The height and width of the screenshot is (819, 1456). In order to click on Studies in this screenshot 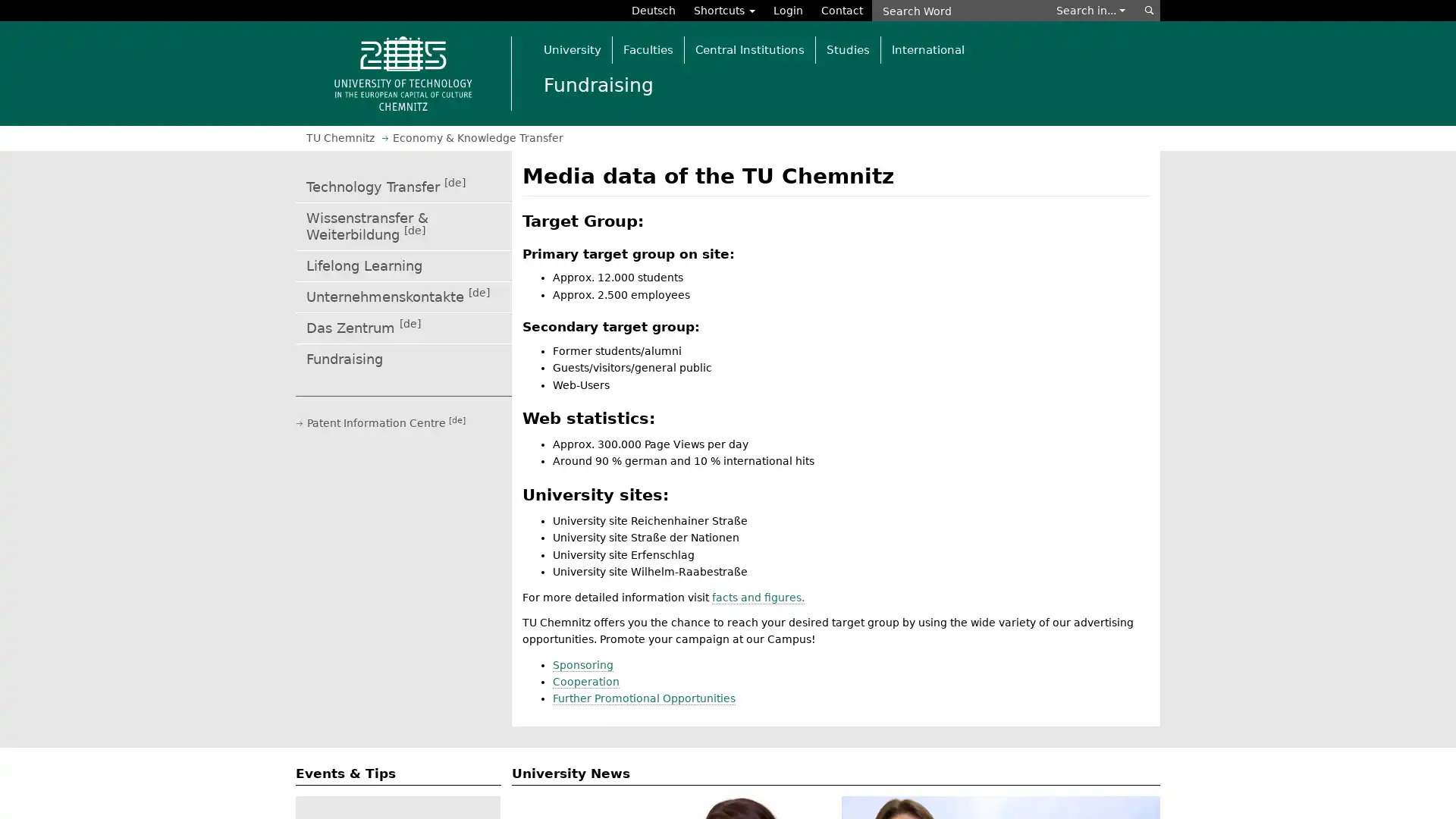, I will do `click(847, 49)`.